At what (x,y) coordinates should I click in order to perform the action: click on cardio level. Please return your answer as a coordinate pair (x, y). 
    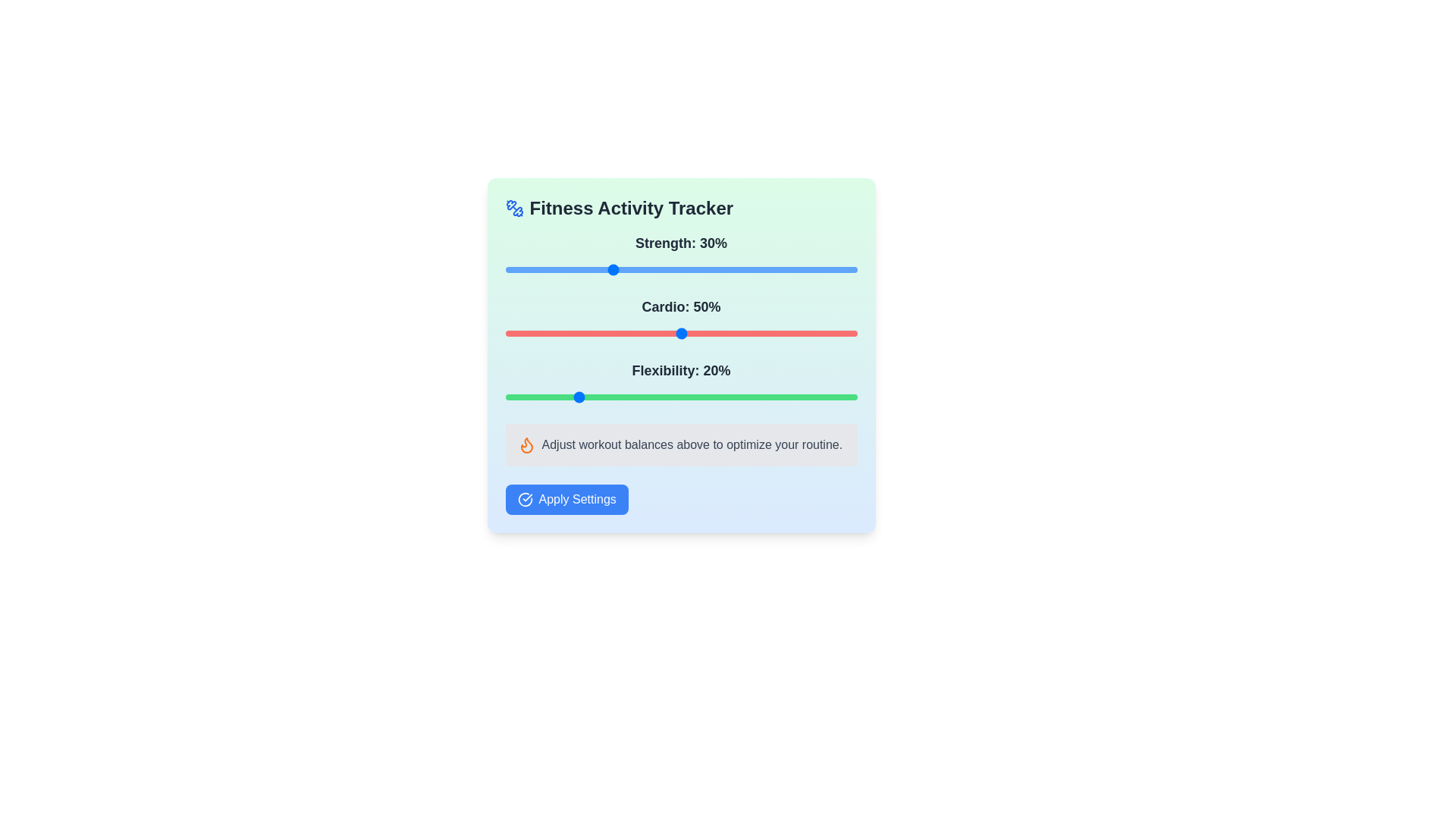
    Looking at the image, I should click on (691, 332).